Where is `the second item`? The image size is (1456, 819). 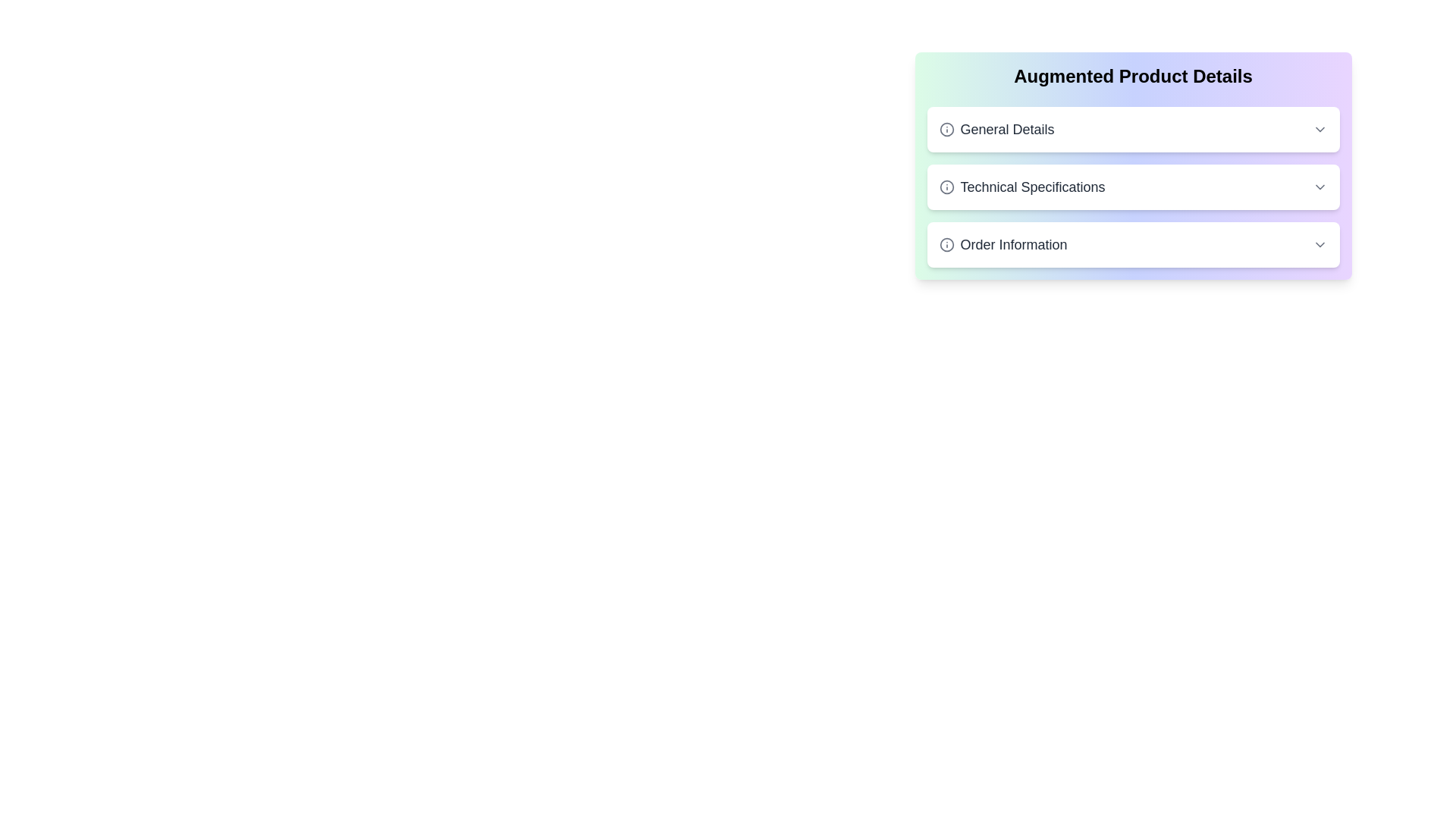 the second item is located at coordinates (1133, 186).